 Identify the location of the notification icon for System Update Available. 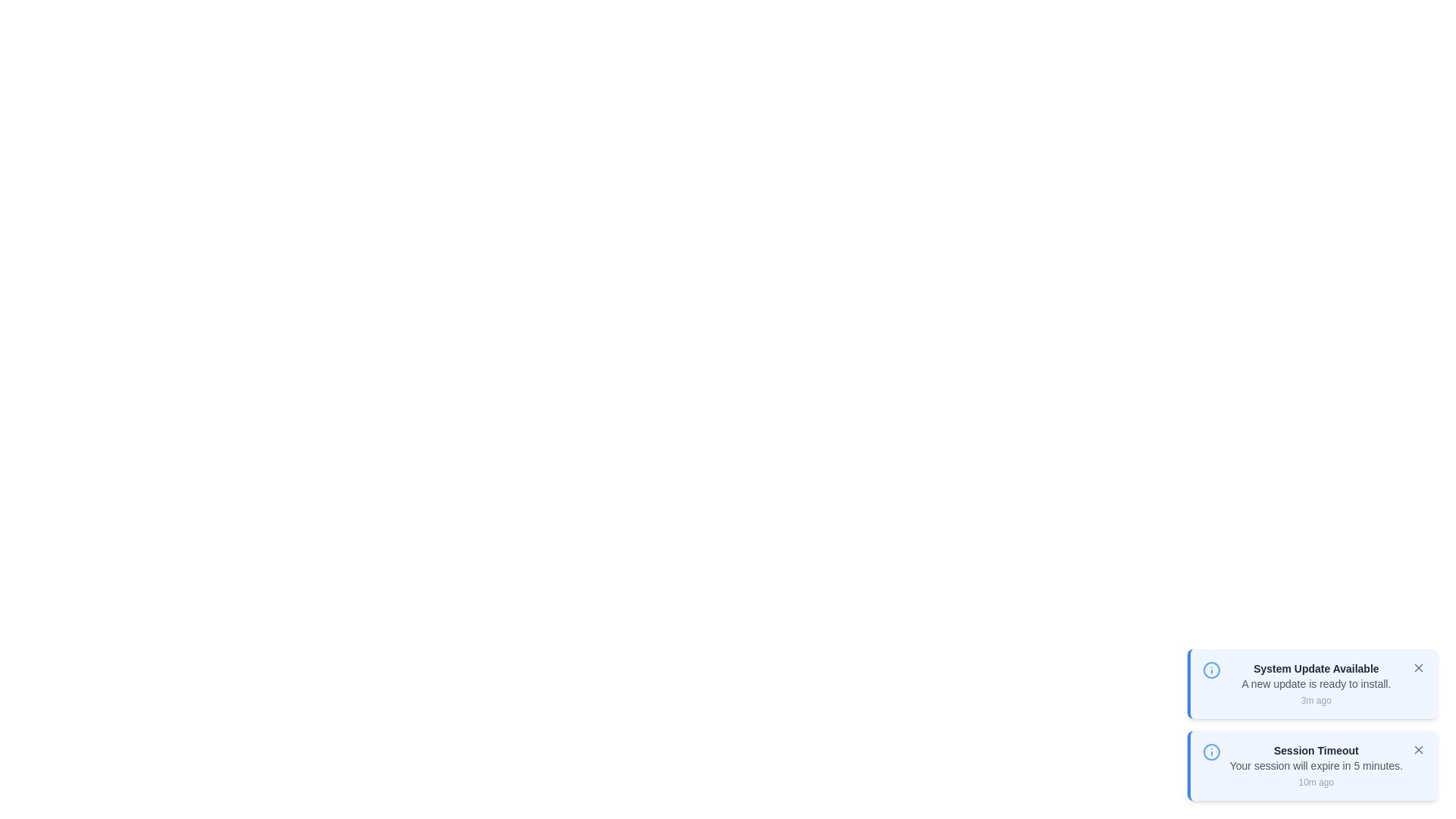
(1210, 669).